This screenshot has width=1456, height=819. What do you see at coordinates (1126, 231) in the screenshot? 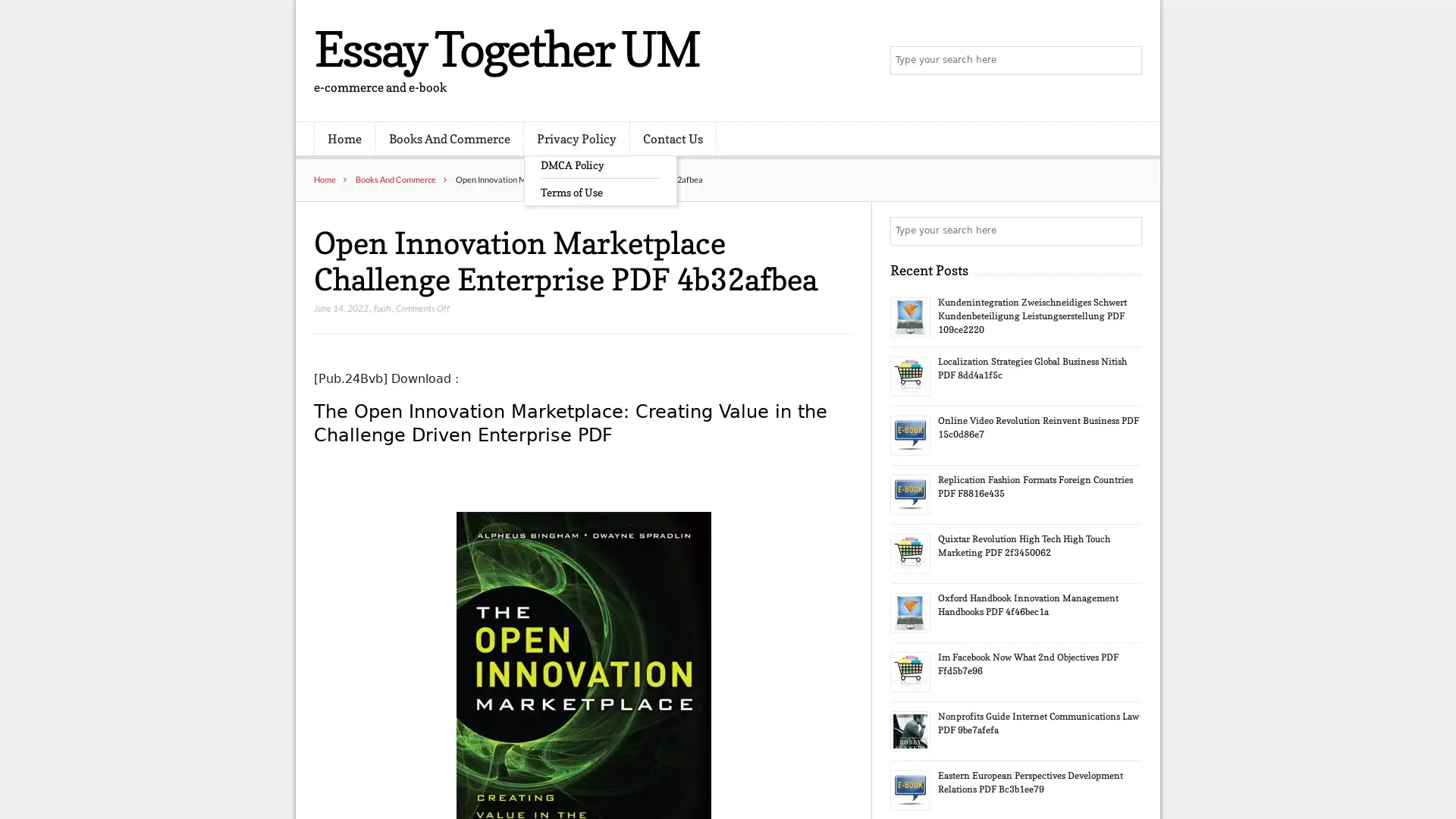
I see `Search` at bounding box center [1126, 231].